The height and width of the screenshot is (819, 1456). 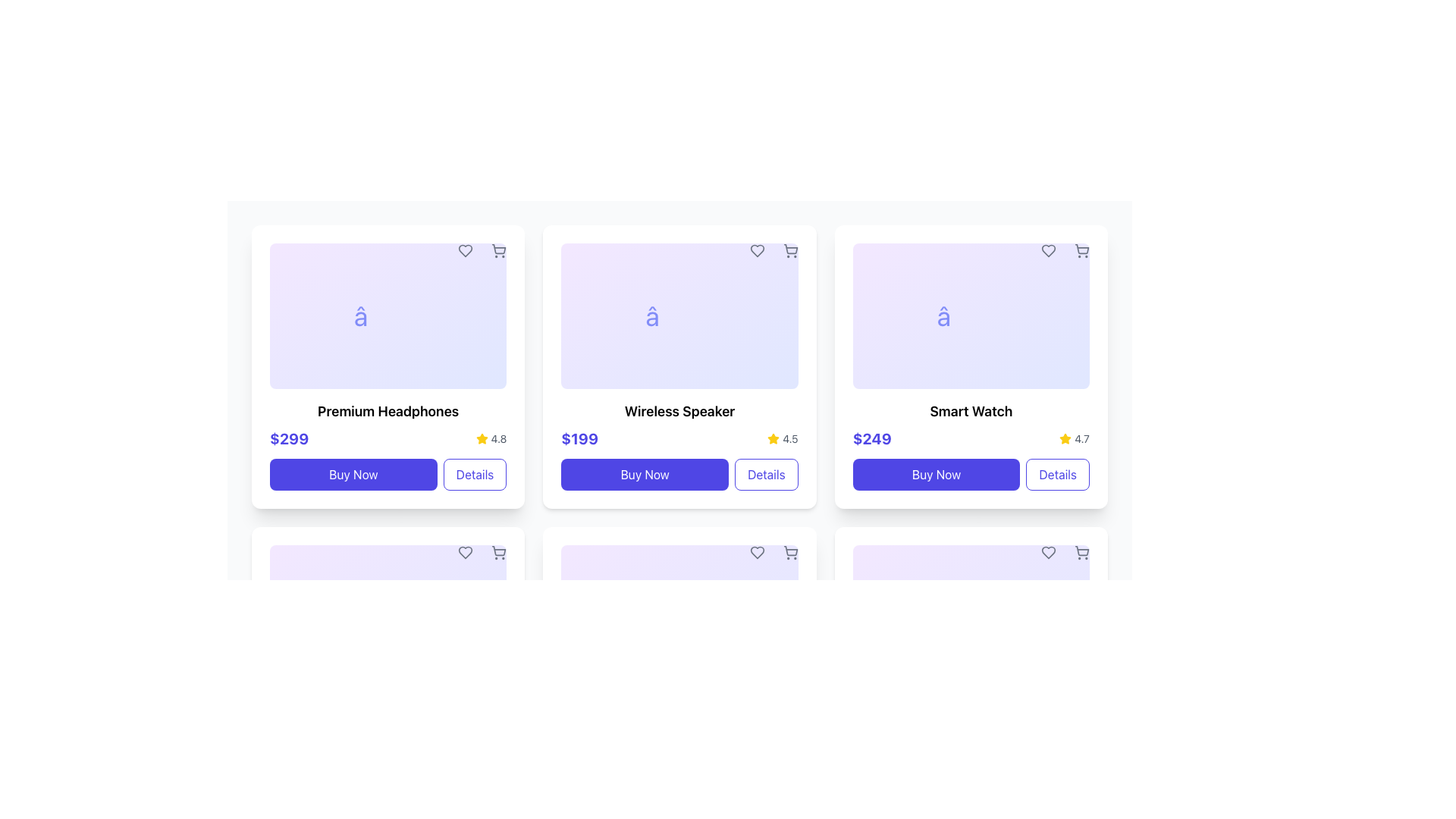 I want to click on the text label displaying '4.7' next to a yellow star icon, so click(x=1074, y=438).